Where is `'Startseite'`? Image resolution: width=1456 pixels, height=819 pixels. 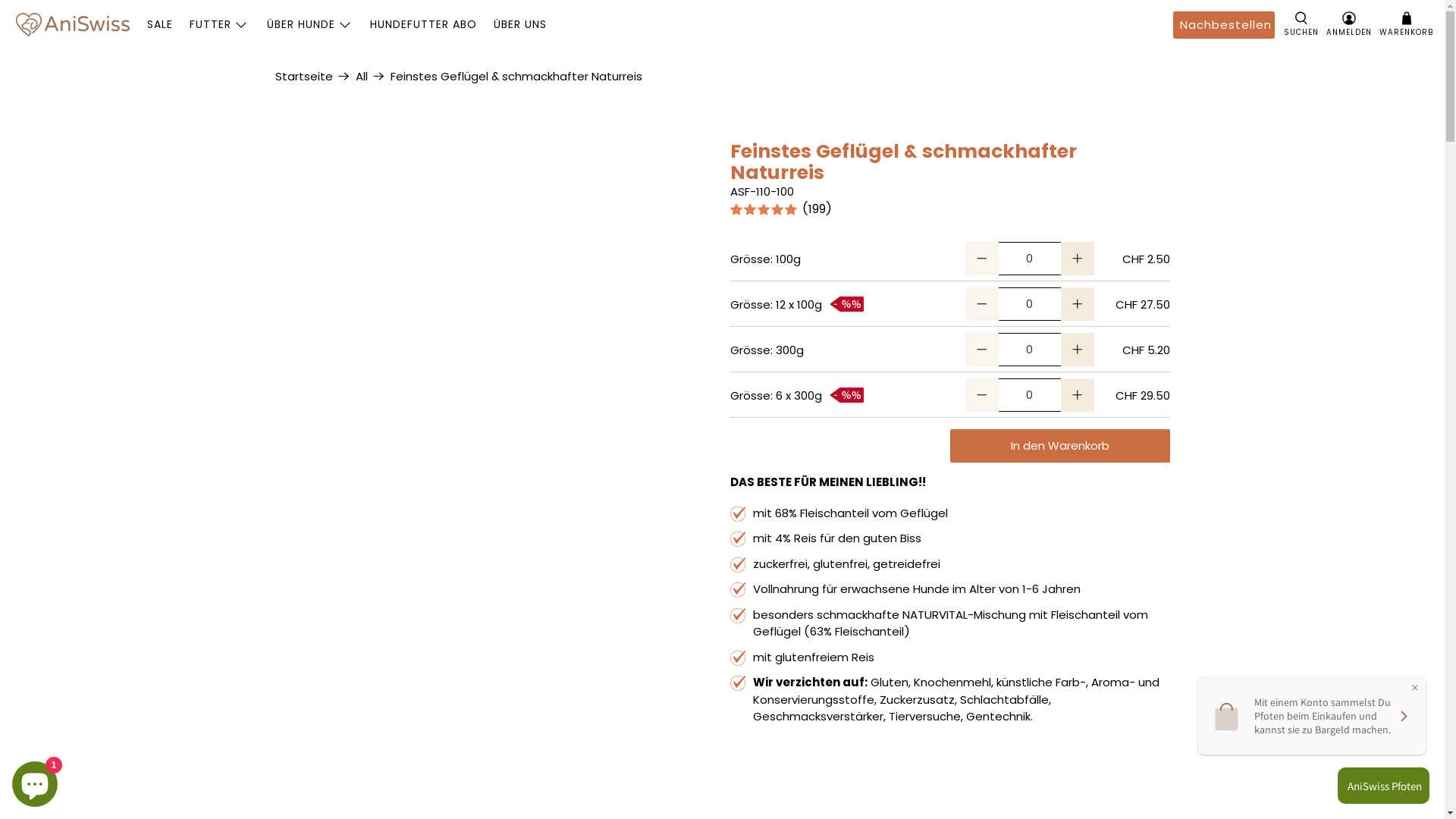
'Startseite' is located at coordinates (274, 76).